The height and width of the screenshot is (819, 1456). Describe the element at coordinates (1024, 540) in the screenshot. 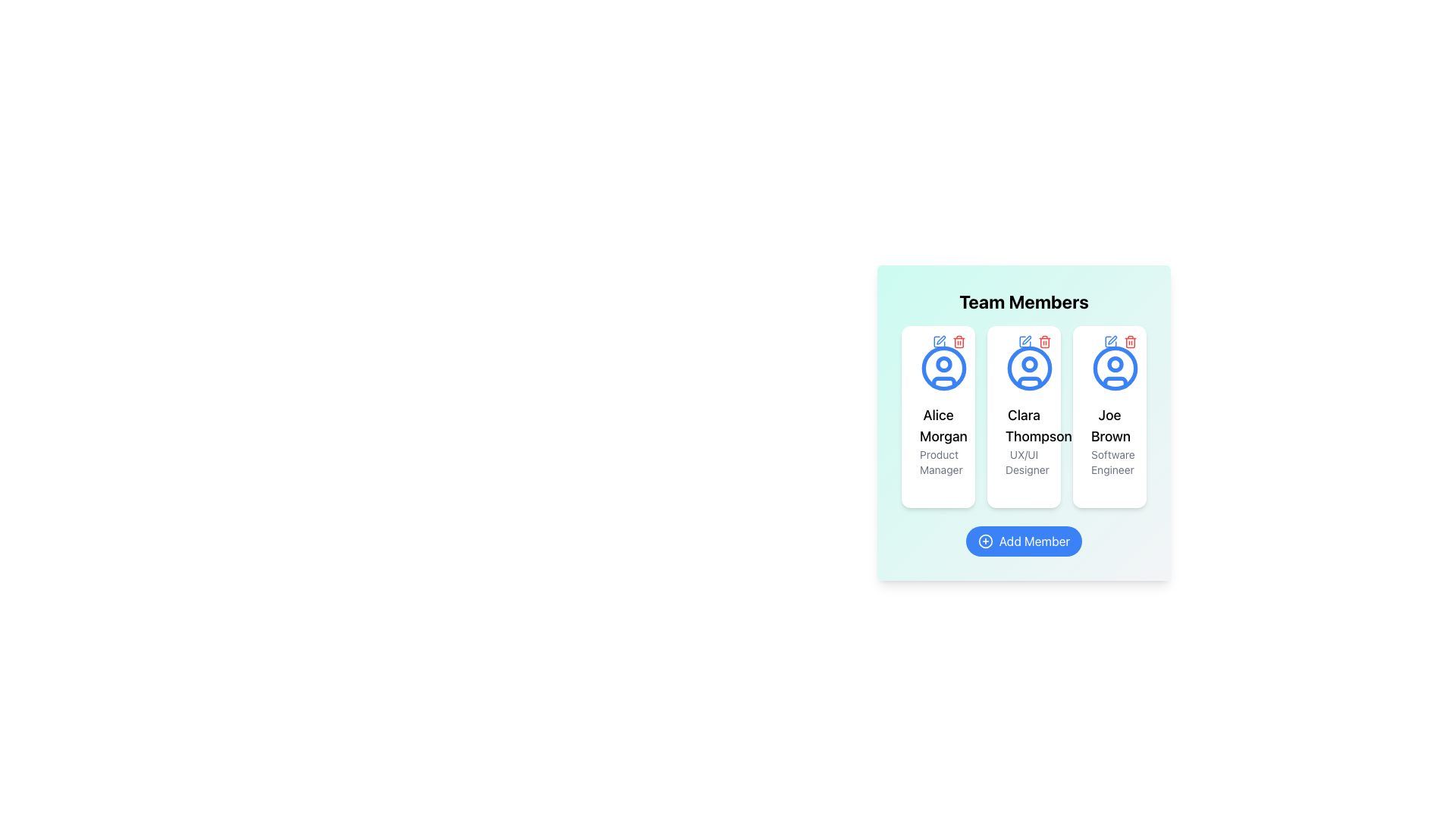

I see `the rounded blue 'Add Member' button with white text located at the bottom center of the 'Team Members' panel` at that location.